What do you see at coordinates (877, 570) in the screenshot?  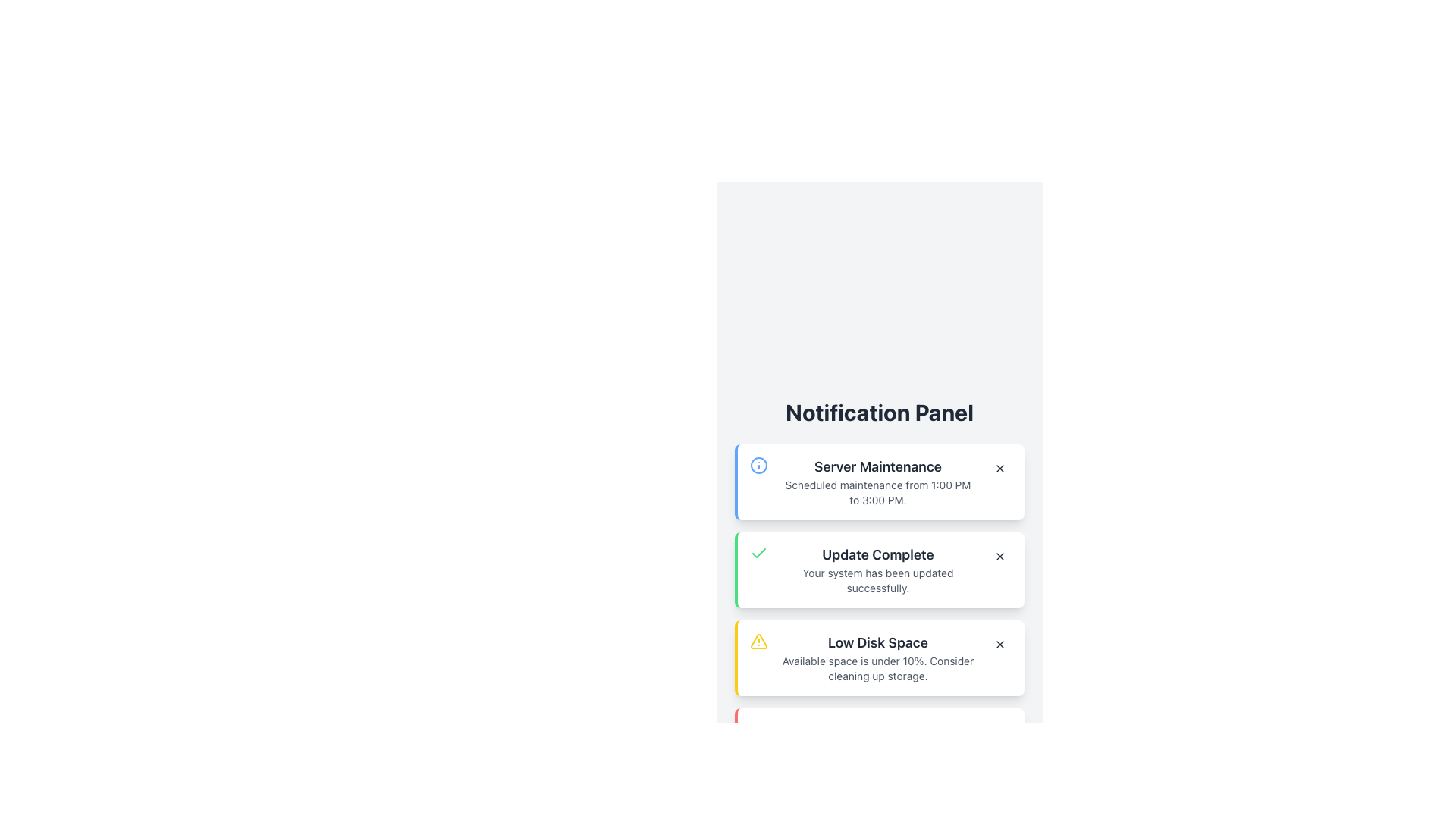 I see `notification text displayed in the text display area that indicates 'Update Complete' and 'Your system has been updated successfully.'` at bounding box center [877, 570].